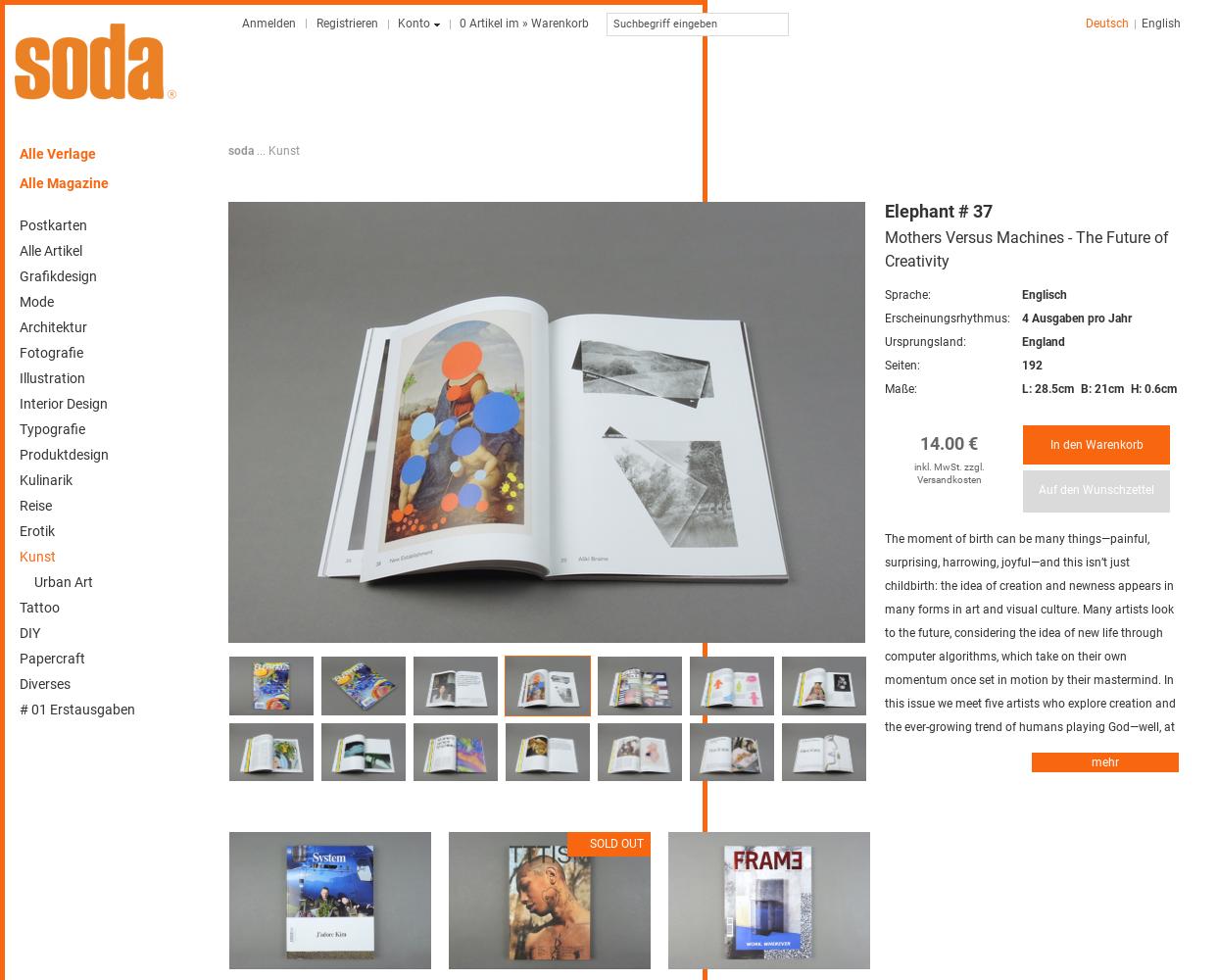 The height and width of the screenshot is (980, 1218). Describe the element at coordinates (1130, 389) in the screenshot. I see `'H: 0.6cm'` at that location.